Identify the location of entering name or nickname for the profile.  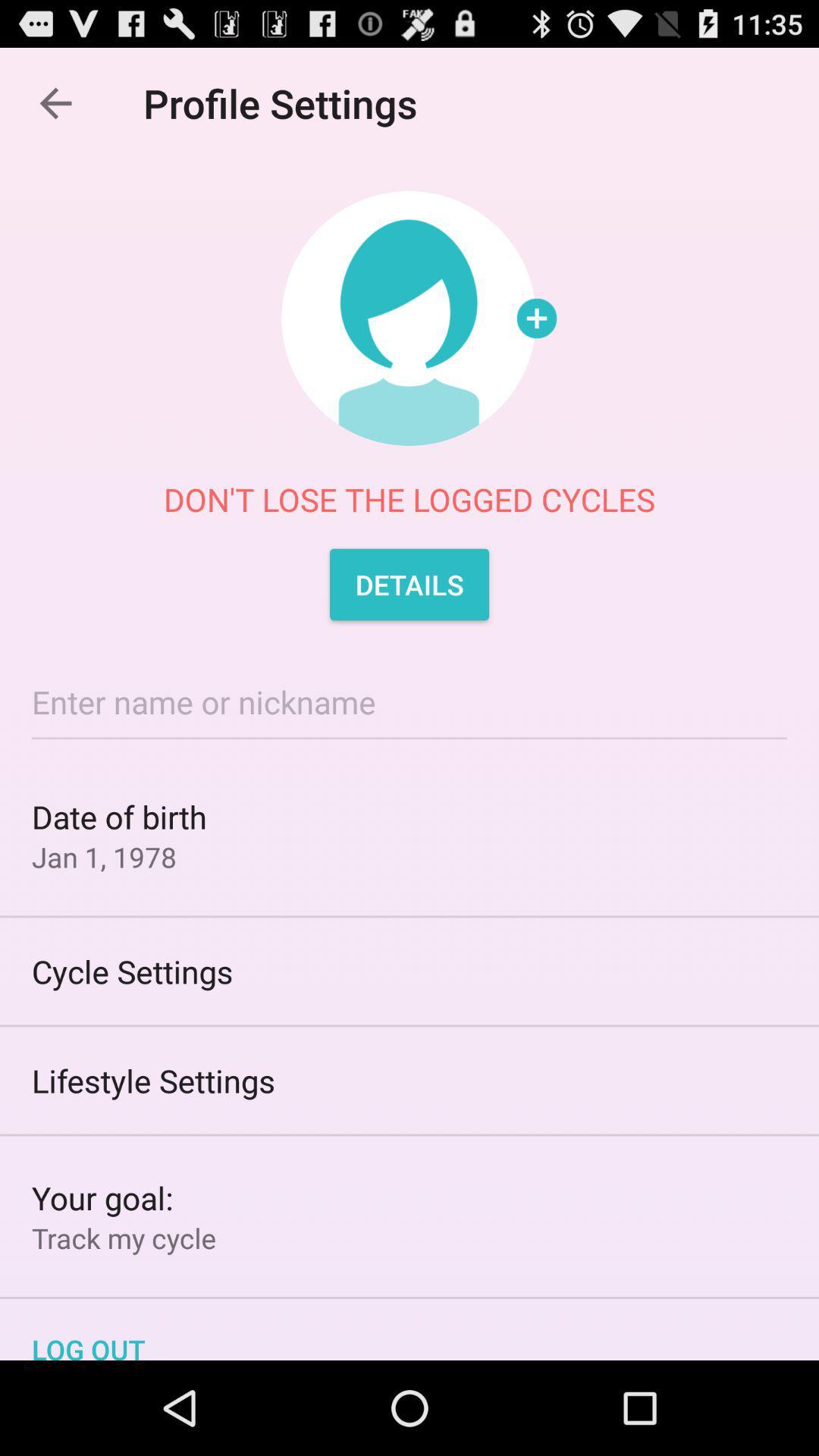
(409, 701).